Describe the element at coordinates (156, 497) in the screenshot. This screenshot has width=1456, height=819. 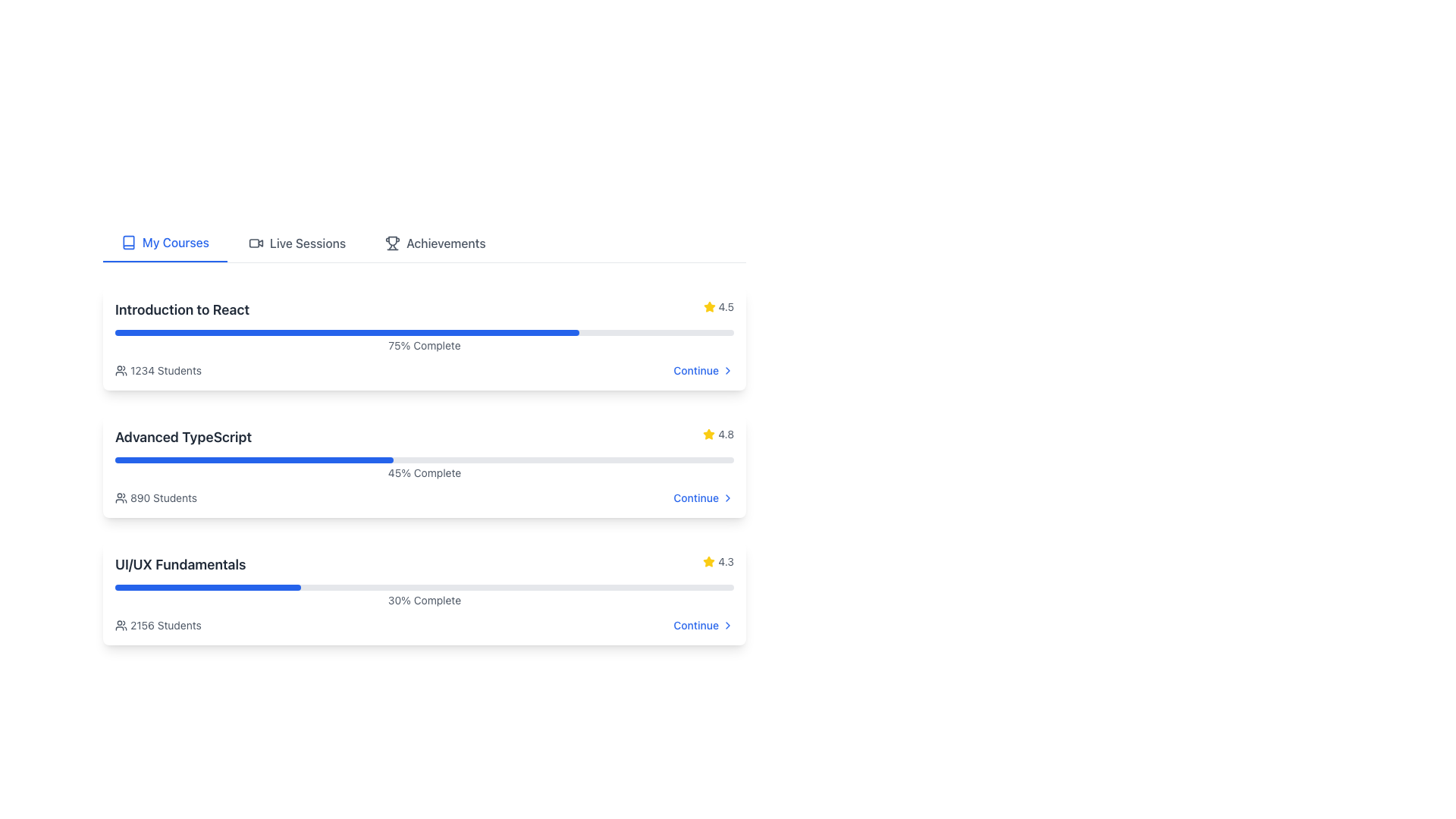
I see `the informational text indicating the number of students enrolled in the 'Advanced TypeScript' course, located at the bottom-left beneath the progress bar` at that location.